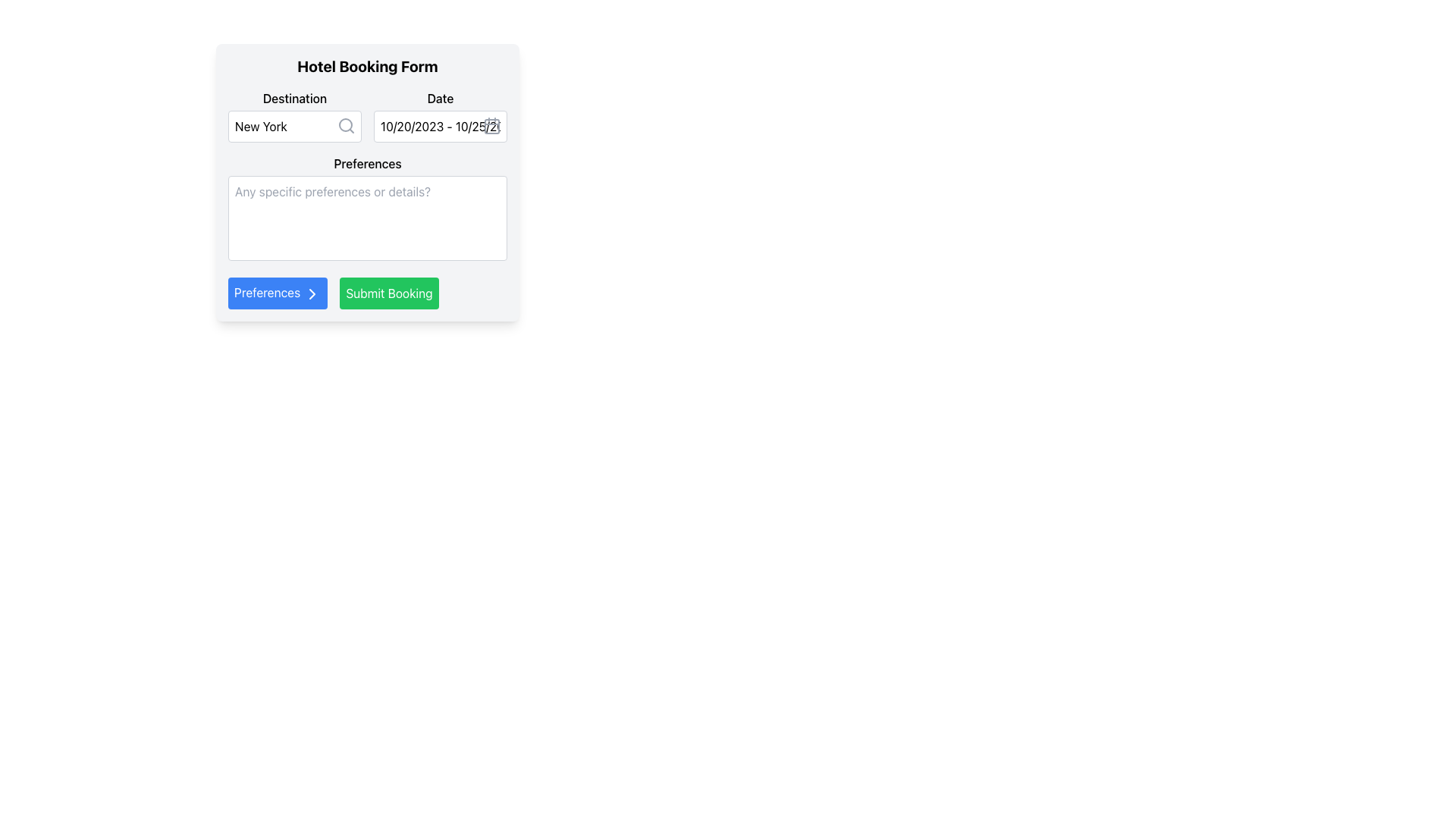  What do you see at coordinates (389, 293) in the screenshot?
I see `the 'Submit Booking' button, which is a rectangular button with a green background and white text, located centrally at the bottom of the form` at bounding box center [389, 293].